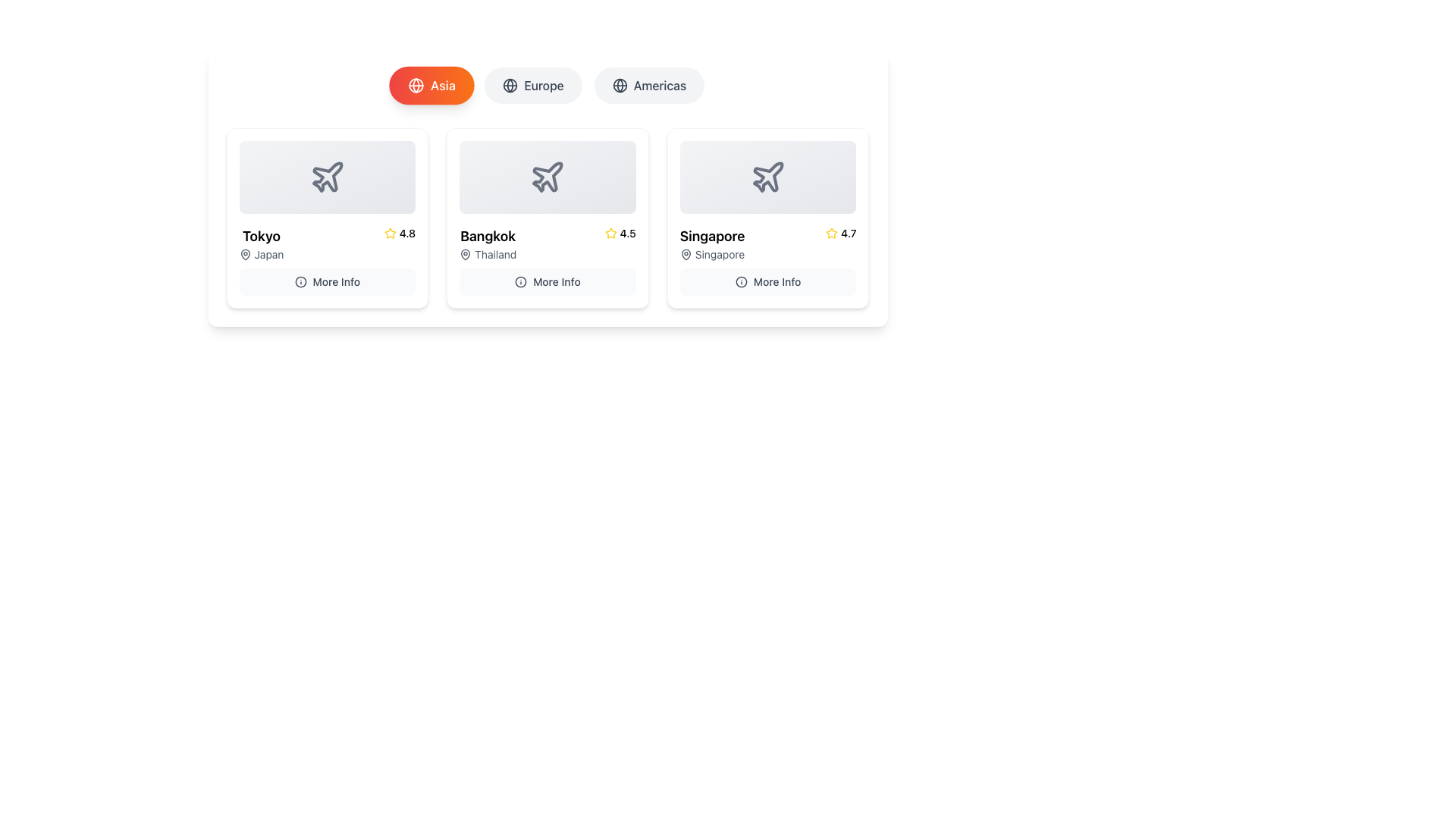  What do you see at coordinates (777, 281) in the screenshot?
I see `text of the label located below the 'Singapore' text and adjacent to the information icon in the last card of a horizontal series of three cards` at bounding box center [777, 281].